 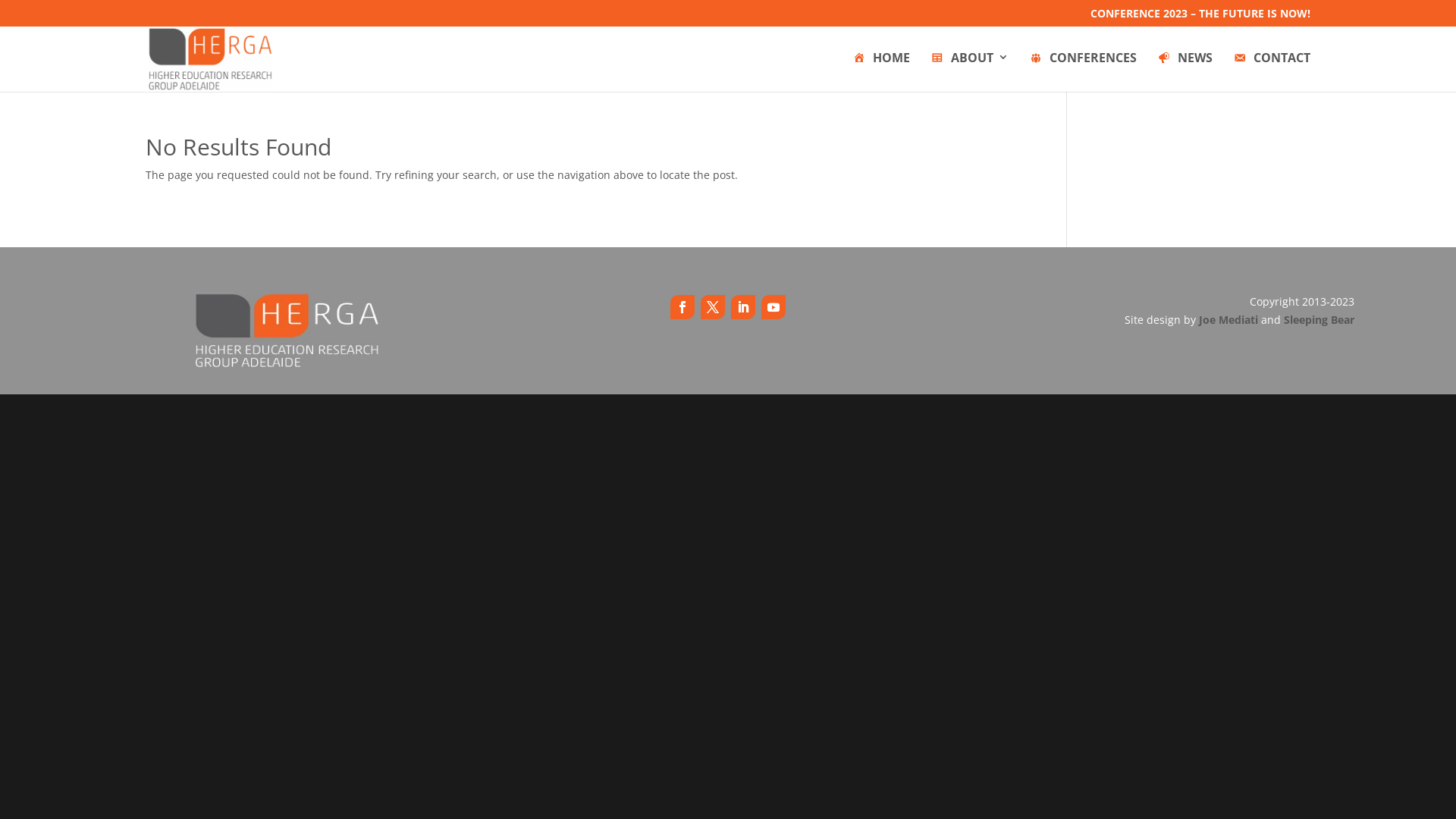 I want to click on 'Follow on X', so click(x=700, y=307).